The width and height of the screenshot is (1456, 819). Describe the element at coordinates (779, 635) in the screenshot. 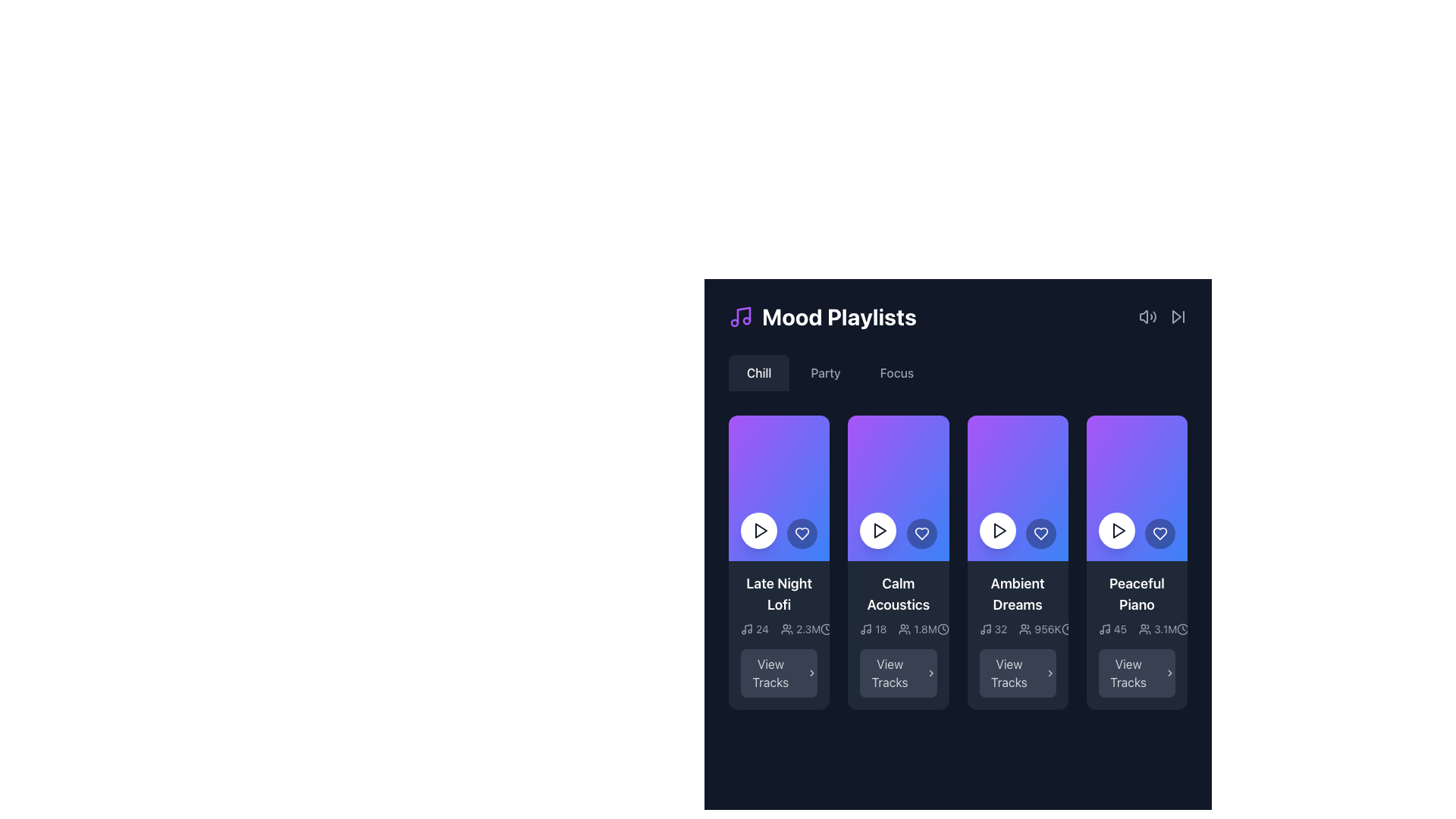

I see `the 'Late Night Lofi' playlist card located below the 'Chill' button in the 'Mood Playlists' section` at that location.